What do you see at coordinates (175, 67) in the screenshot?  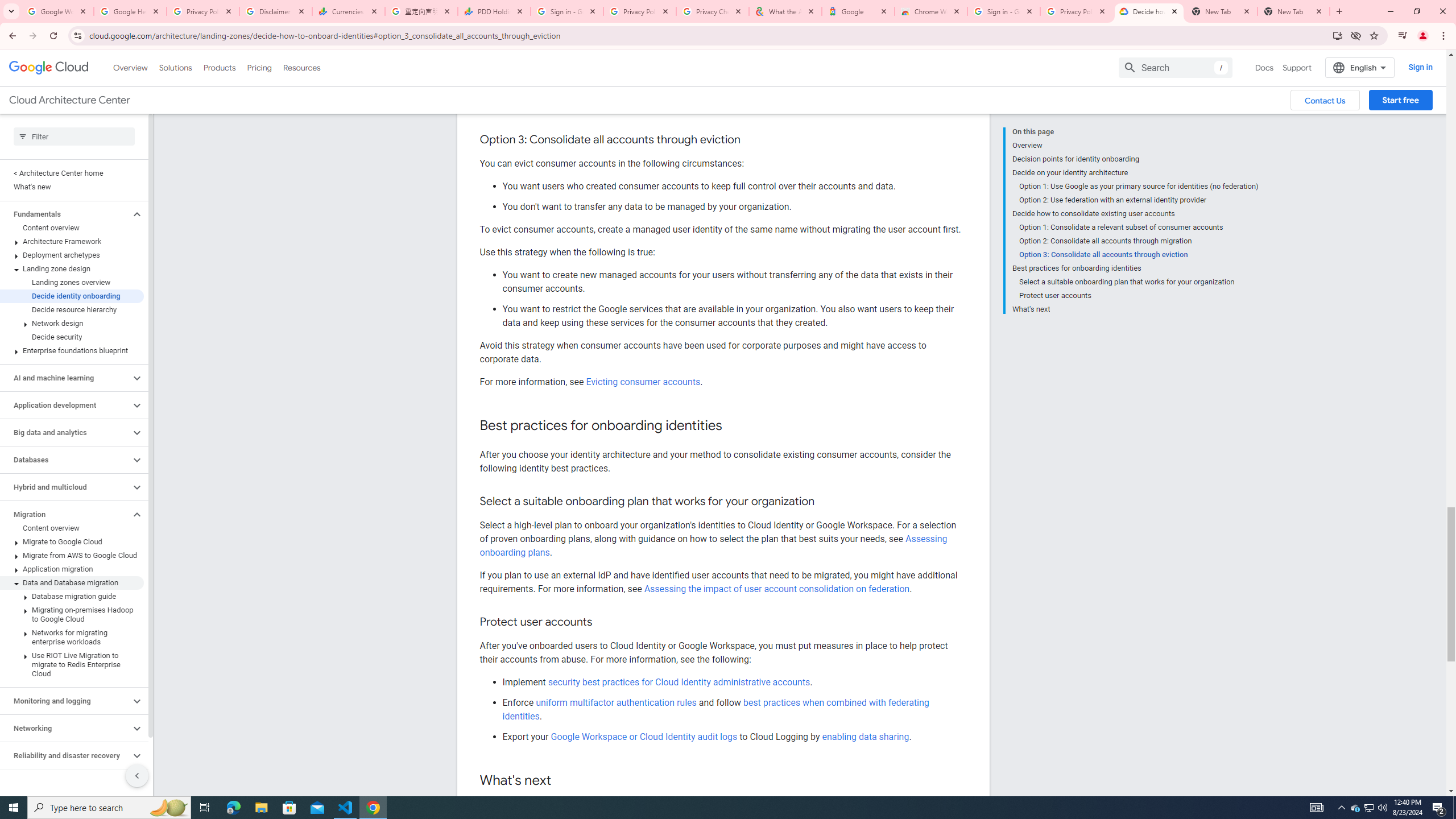 I see `'Solutions'` at bounding box center [175, 67].